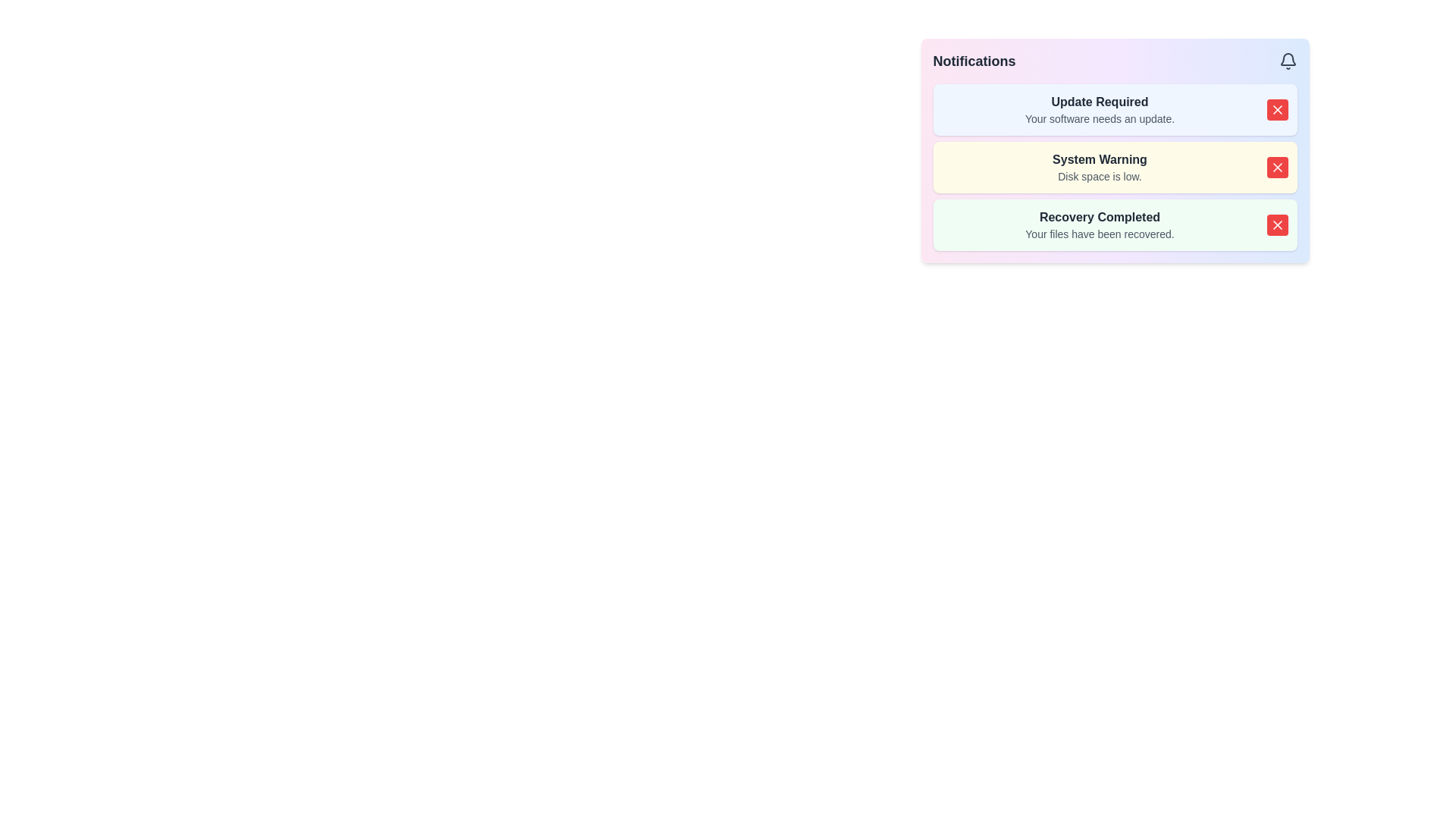 Image resolution: width=1456 pixels, height=819 pixels. Describe the element at coordinates (1100, 118) in the screenshot. I see `the static text label that informs the user about the software update requirement, positioned below the bold text 'Update Required' in the notification panel` at that location.